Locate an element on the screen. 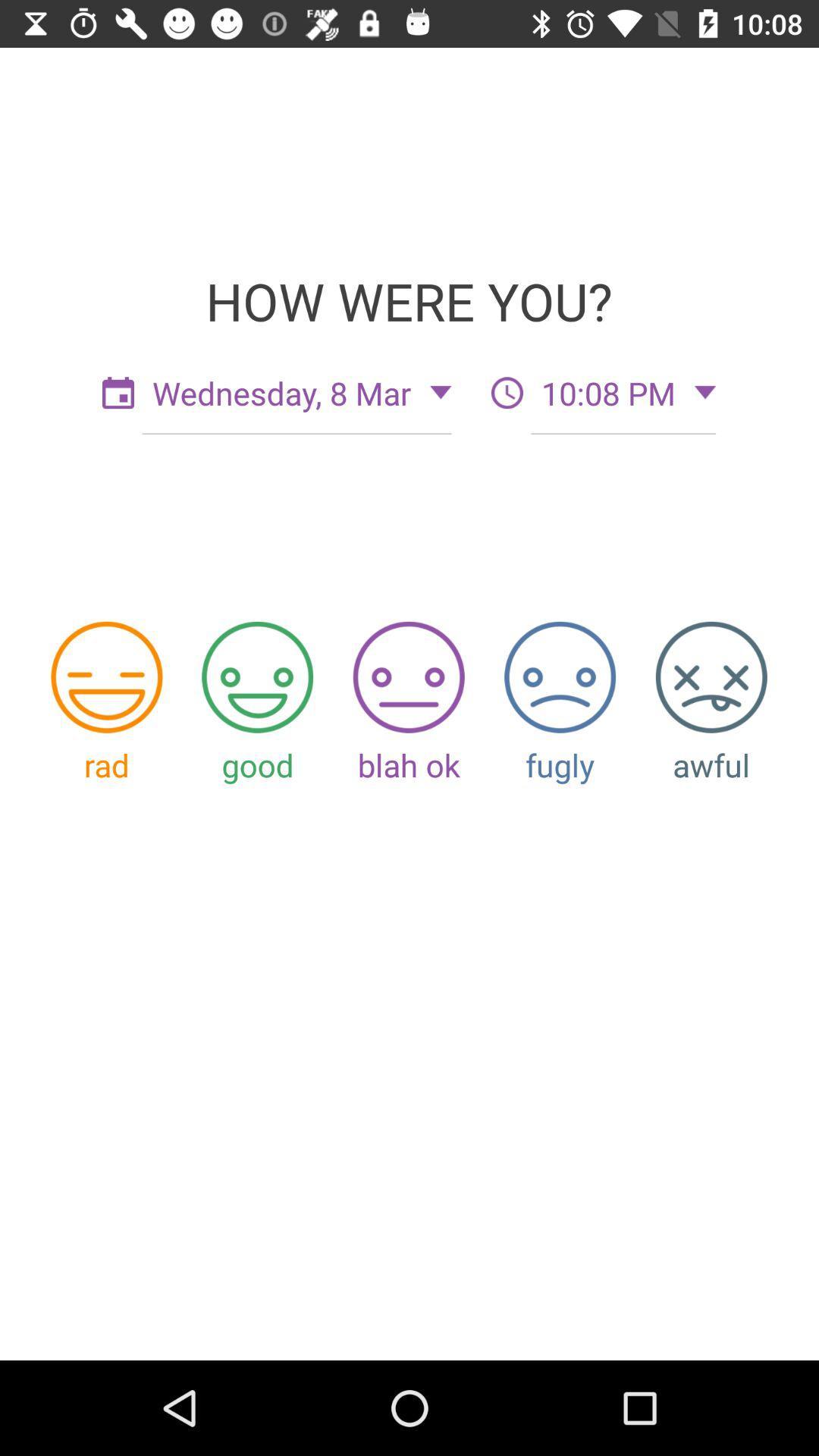 The image size is (819, 1456). modify time is located at coordinates (507, 393).